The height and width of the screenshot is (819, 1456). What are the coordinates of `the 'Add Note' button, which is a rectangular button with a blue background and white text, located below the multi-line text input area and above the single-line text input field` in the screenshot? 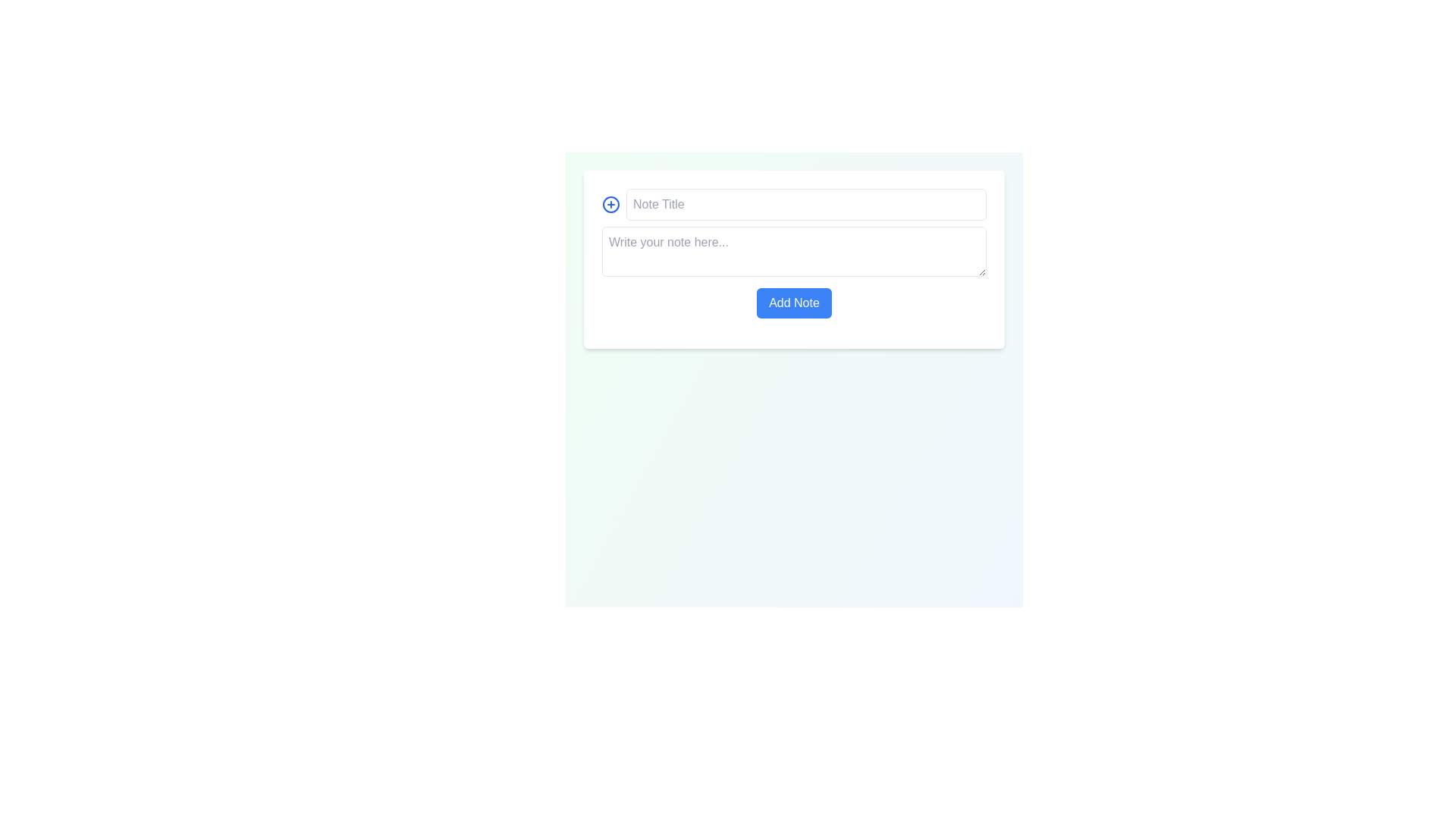 It's located at (793, 303).